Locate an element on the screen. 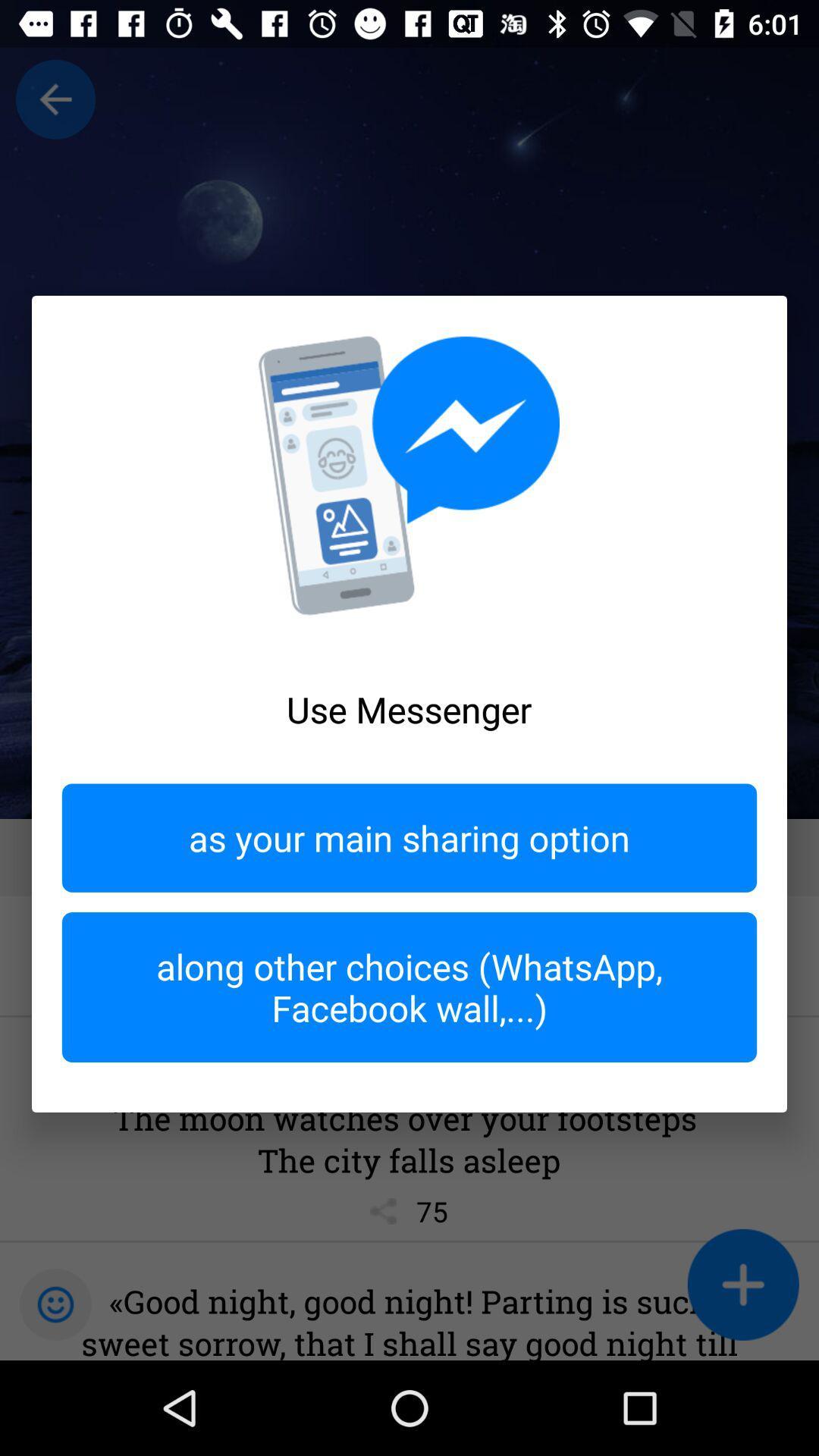 This screenshot has height=1456, width=819. icon below use messenger item is located at coordinates (409, 837).